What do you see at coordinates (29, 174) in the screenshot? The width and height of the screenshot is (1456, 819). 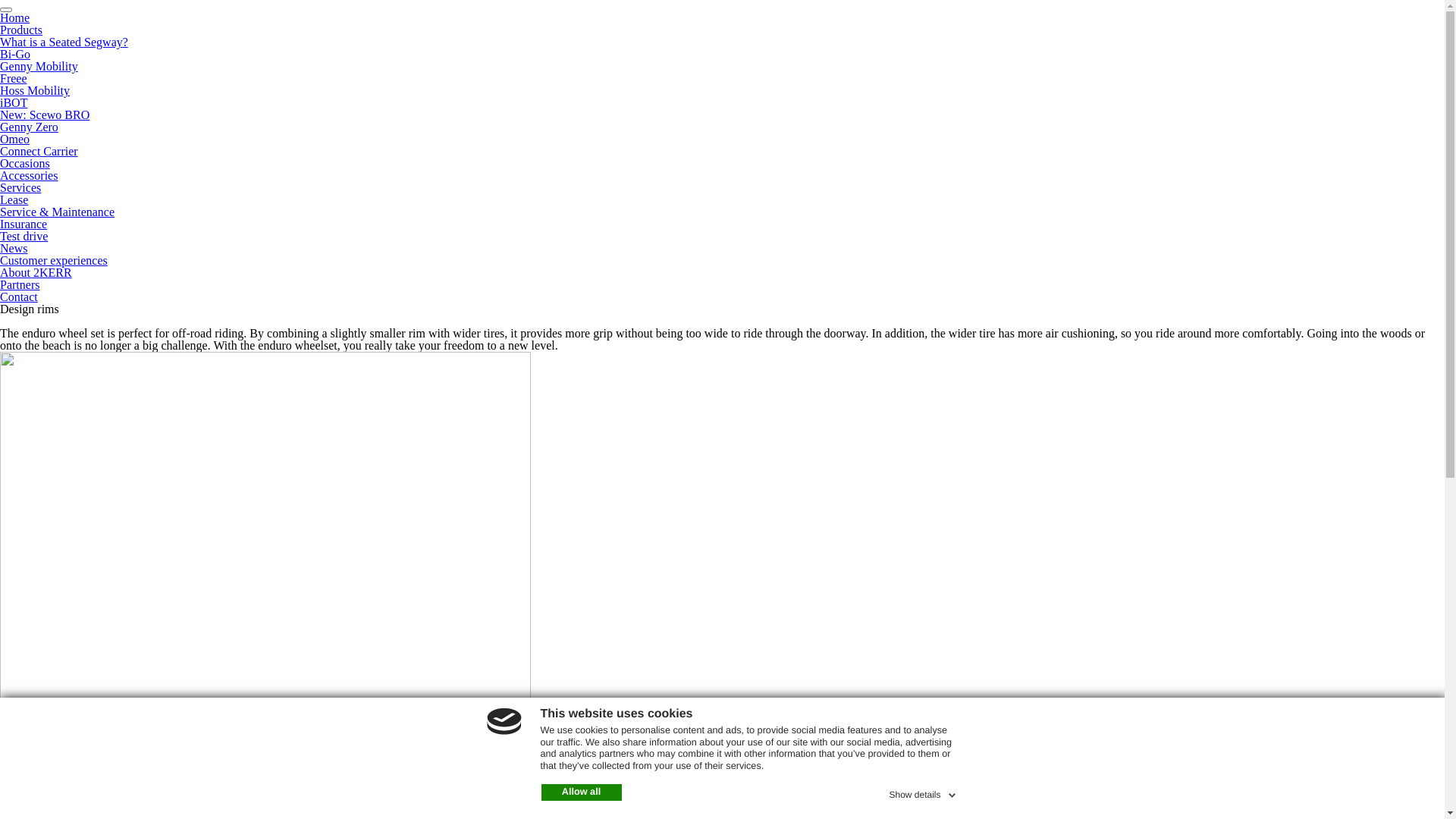 I see `'Accessories'` at bounding box center [29, 174].